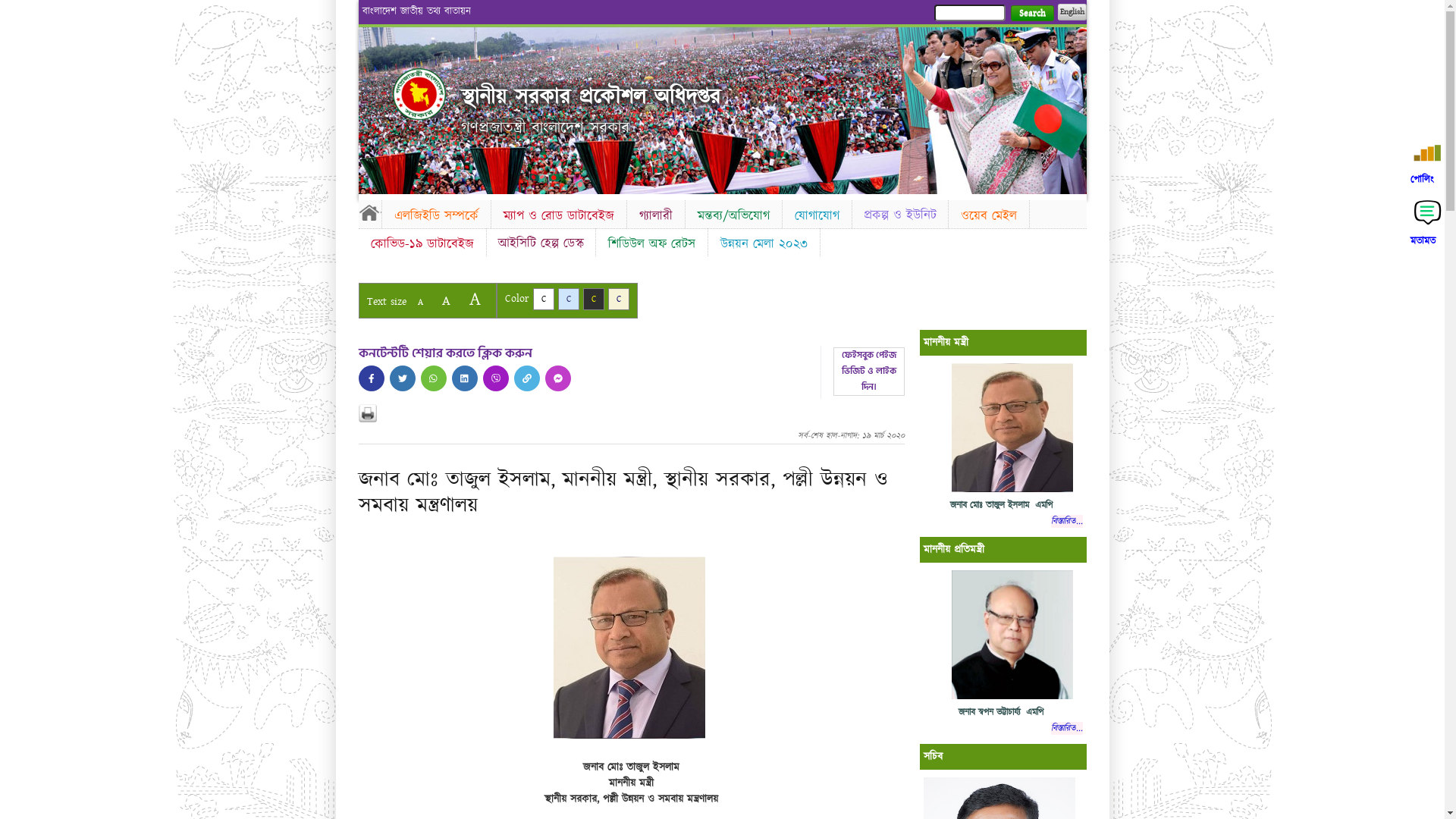  Describe the element at coordinates (1031, 13) in the screenshot. I see `'Search'` at that location.